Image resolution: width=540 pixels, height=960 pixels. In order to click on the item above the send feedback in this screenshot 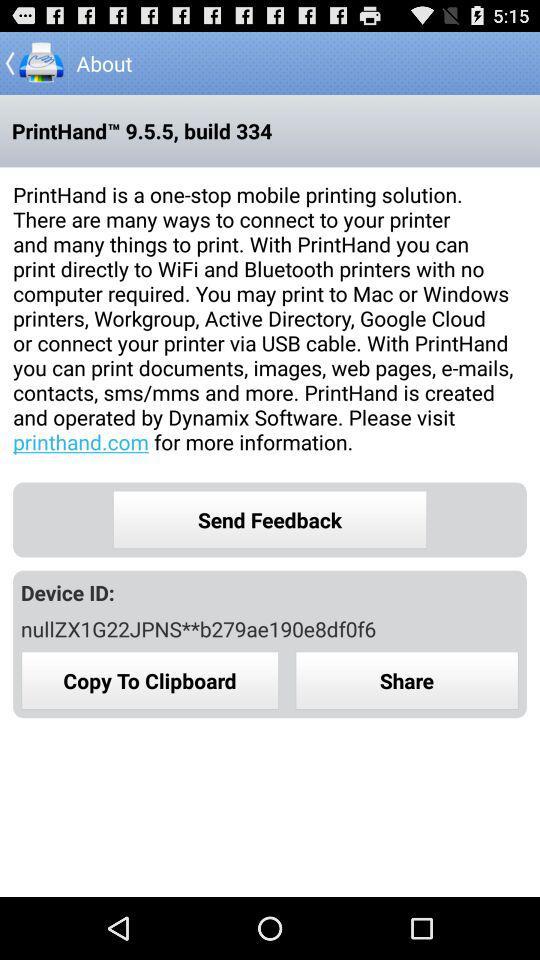, I will do `click(270, 317)`.